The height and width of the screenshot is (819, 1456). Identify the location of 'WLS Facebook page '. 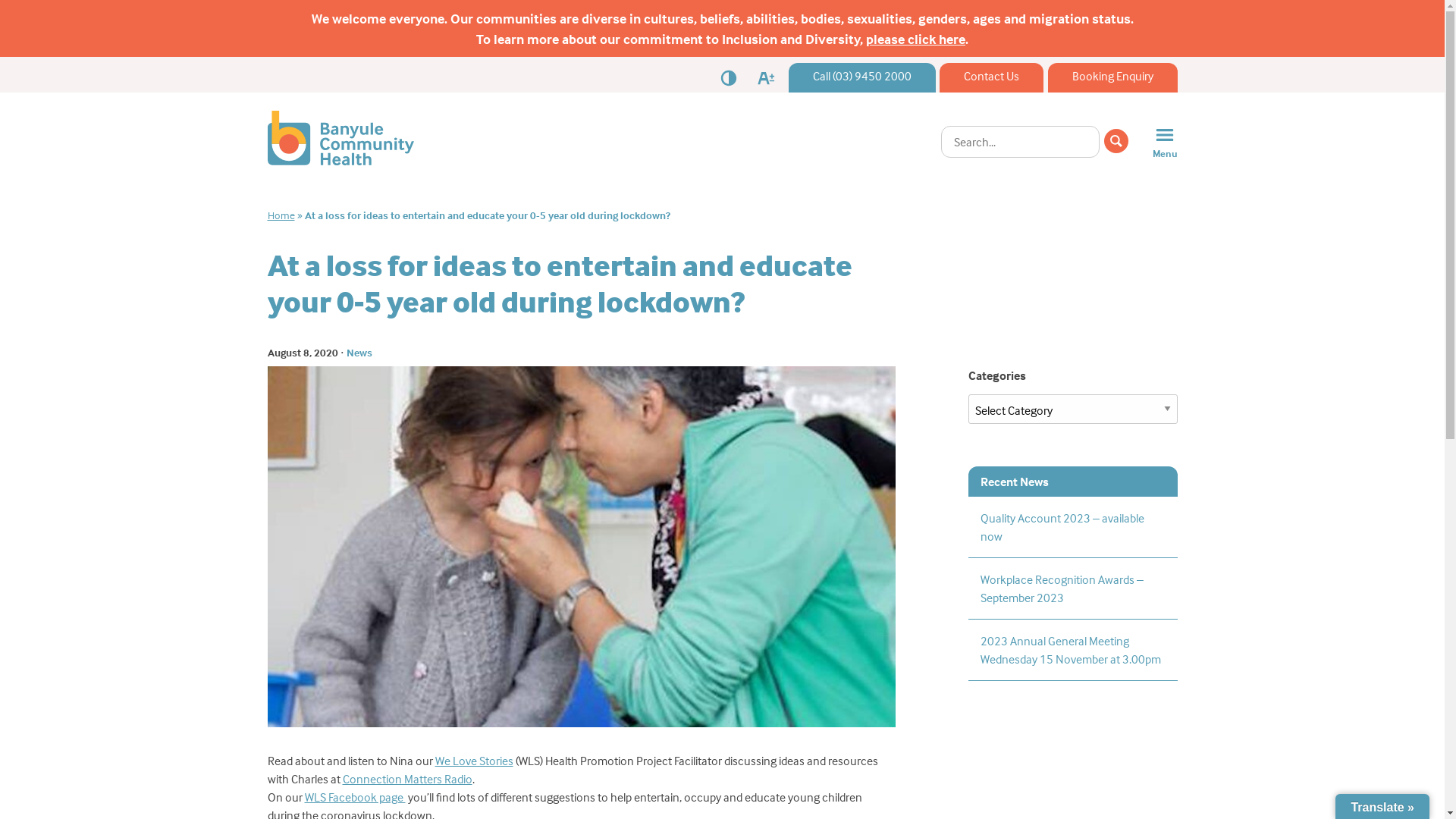
(354, 795).